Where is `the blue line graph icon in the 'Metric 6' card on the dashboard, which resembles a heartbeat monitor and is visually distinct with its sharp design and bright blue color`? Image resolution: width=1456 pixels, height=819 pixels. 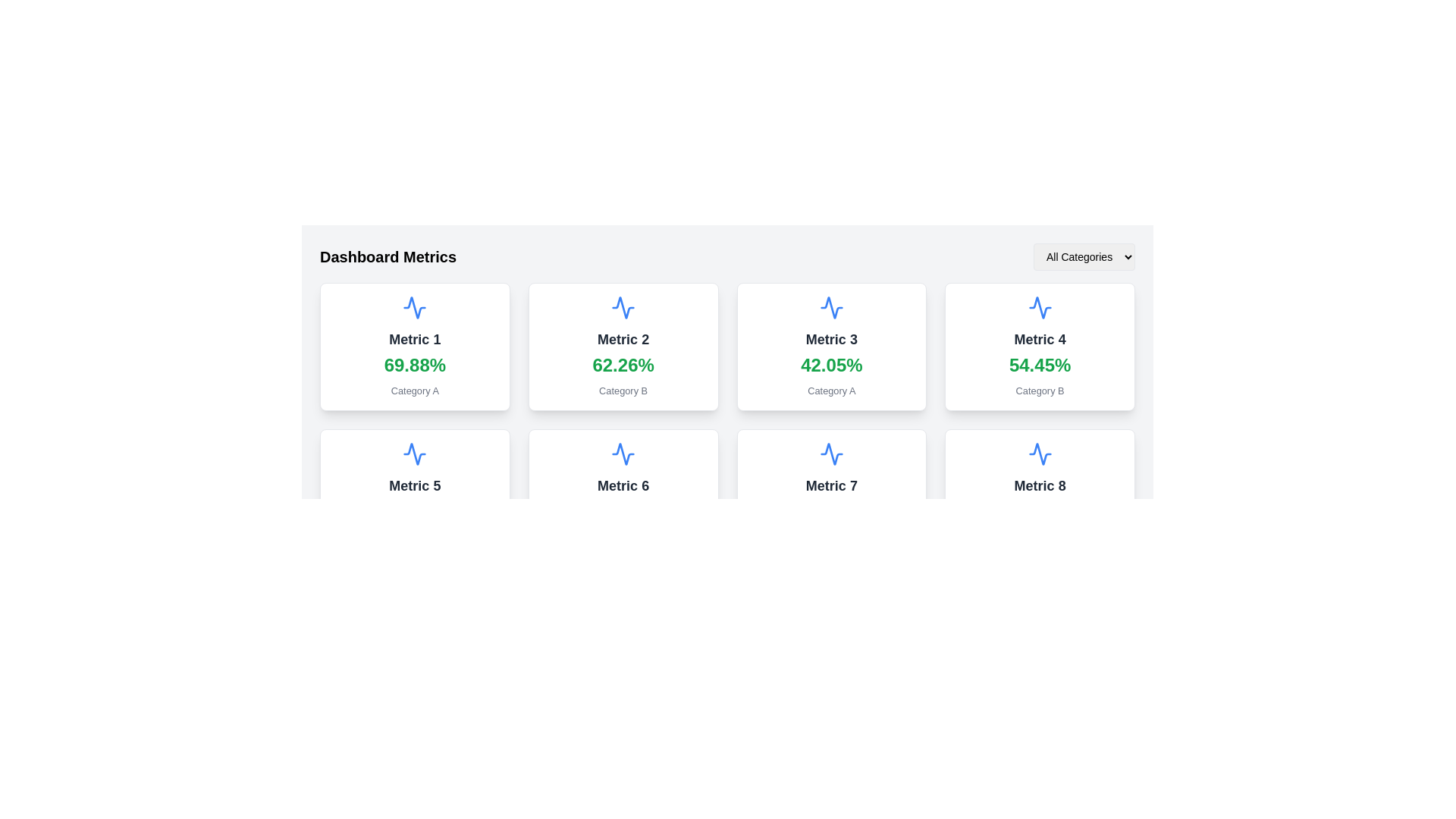
the blue line graph icon in the 'Metric 6' card on the dashboard, which resembles a heartbeat monitor and is visually distinct with its sharp design and bright blue color is located at coordinates (623, 453).